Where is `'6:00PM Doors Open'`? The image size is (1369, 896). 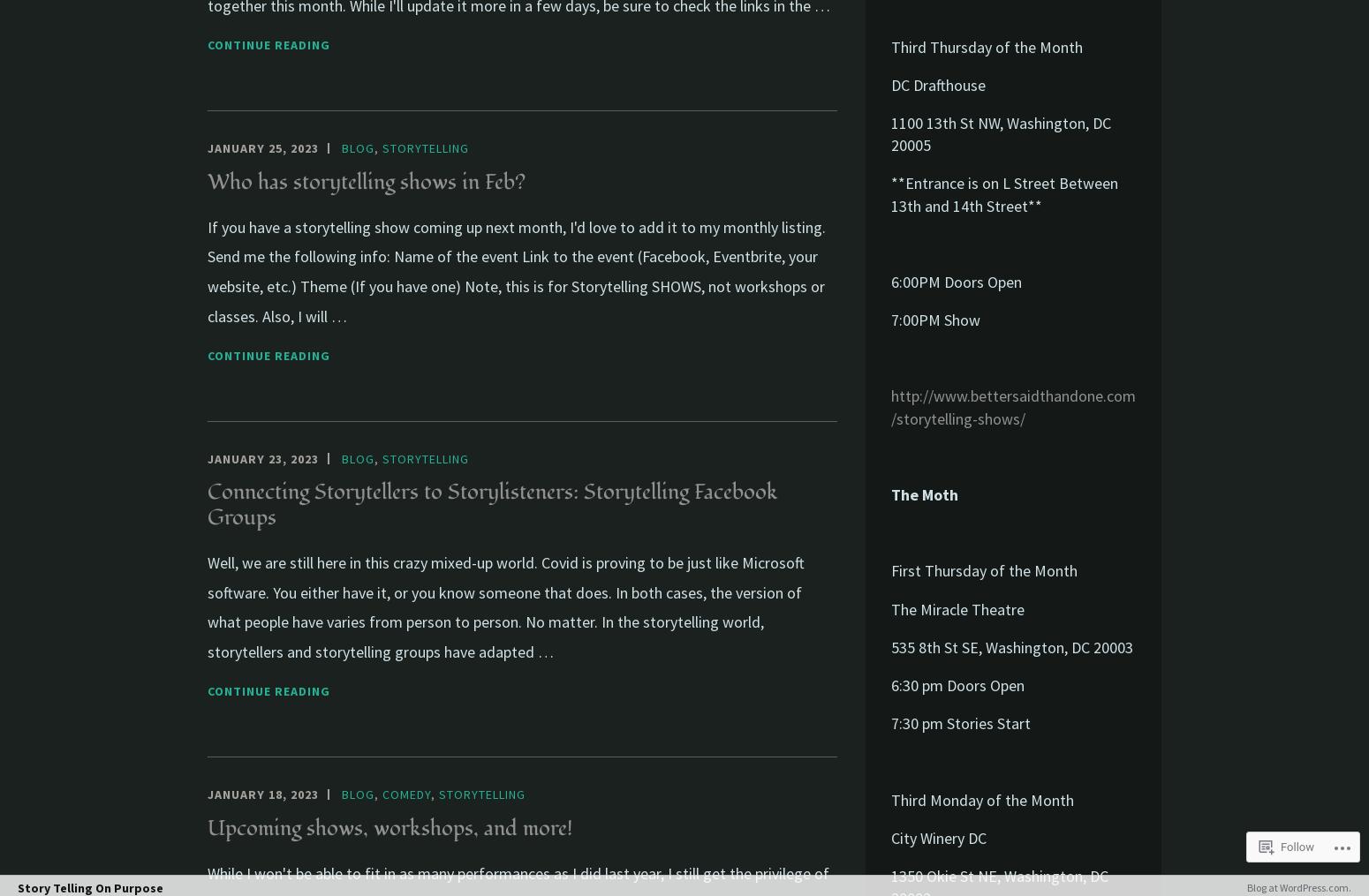
'6:00PM Doors Open' is located at coordinates (956, 280).